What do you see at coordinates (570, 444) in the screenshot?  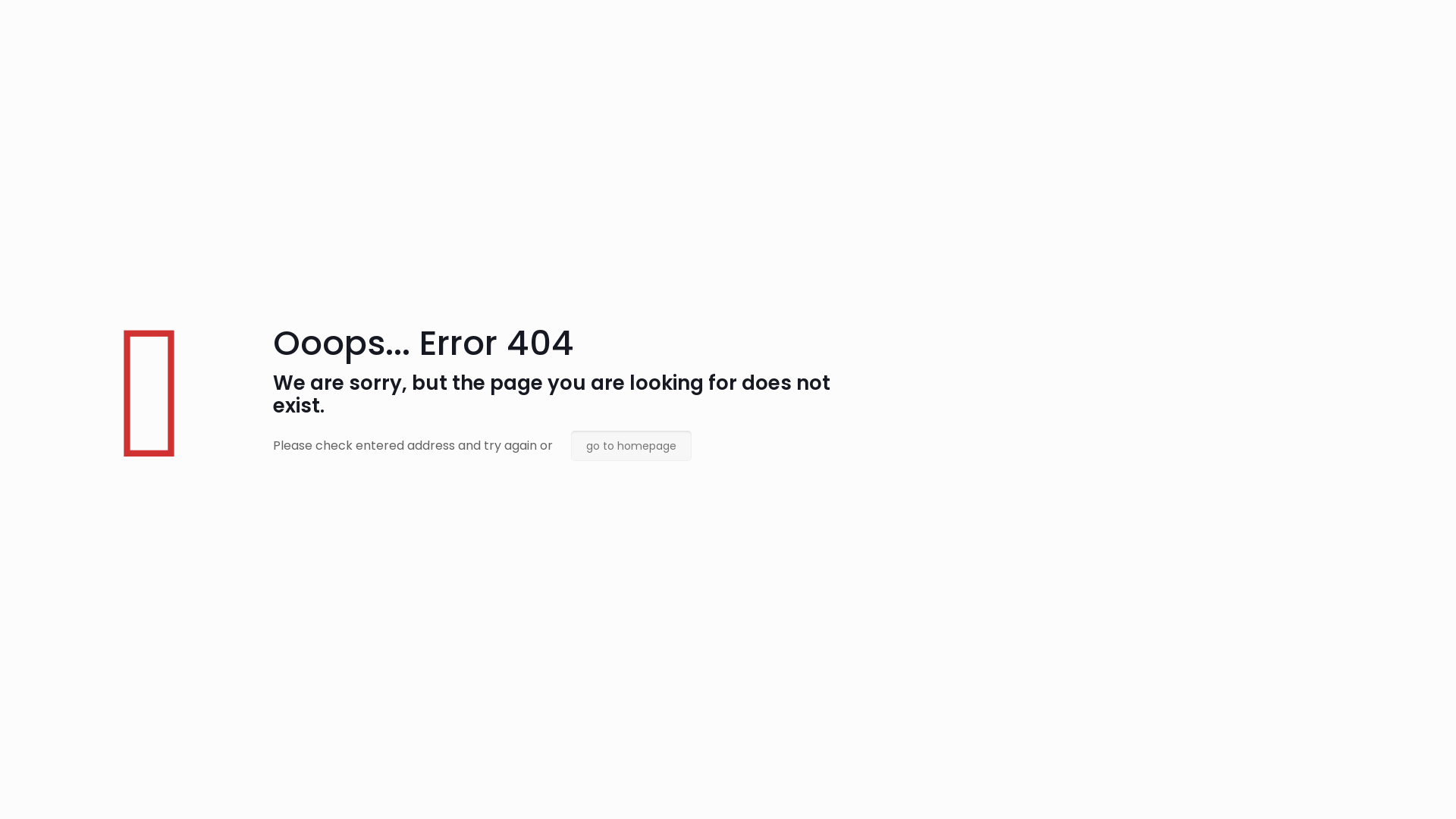 I see `'go to homepage'` at bounding box center [570, 444].